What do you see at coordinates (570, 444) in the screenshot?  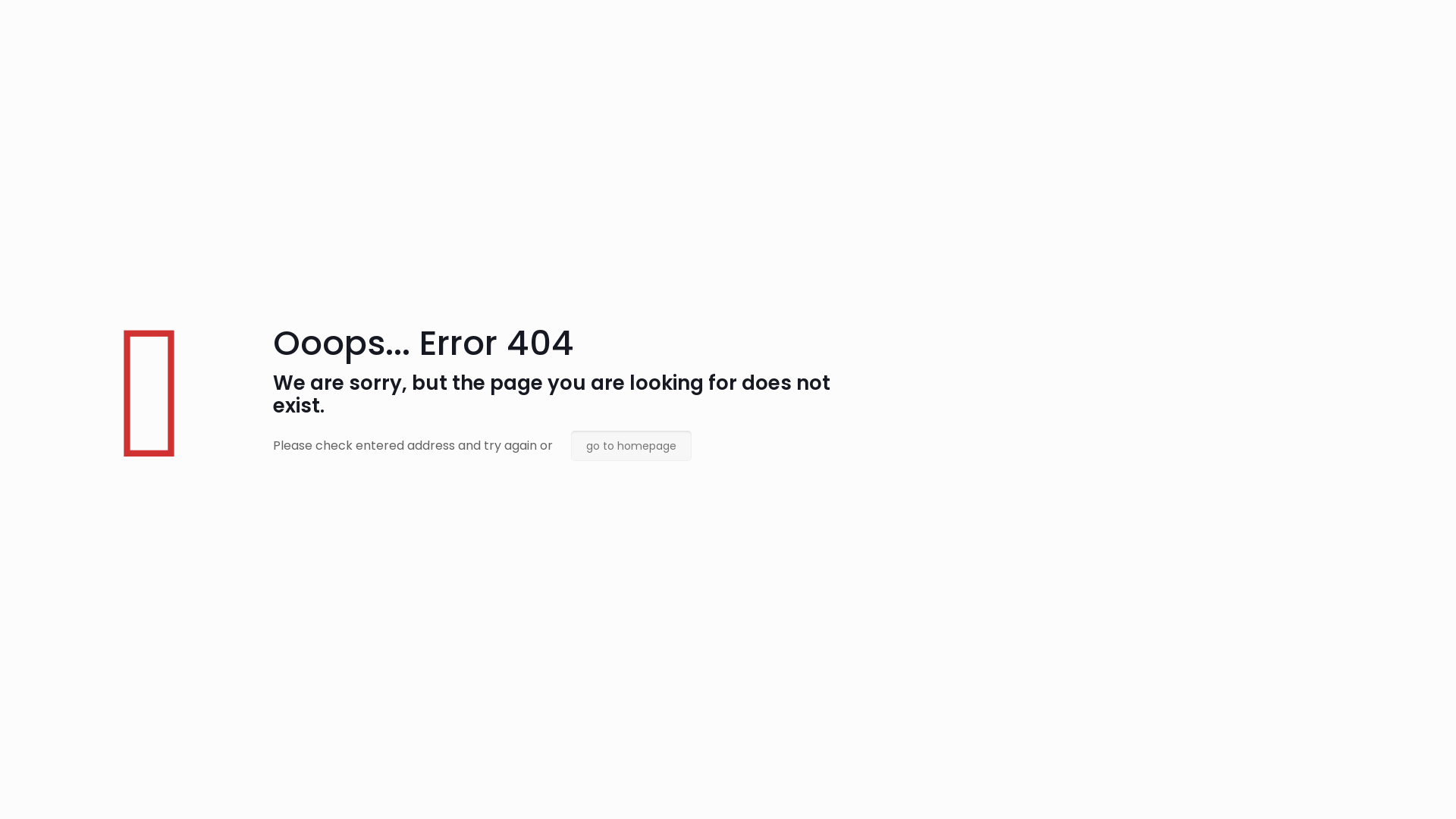 I see `'go to homepage'` at bounding box center [570, 444].